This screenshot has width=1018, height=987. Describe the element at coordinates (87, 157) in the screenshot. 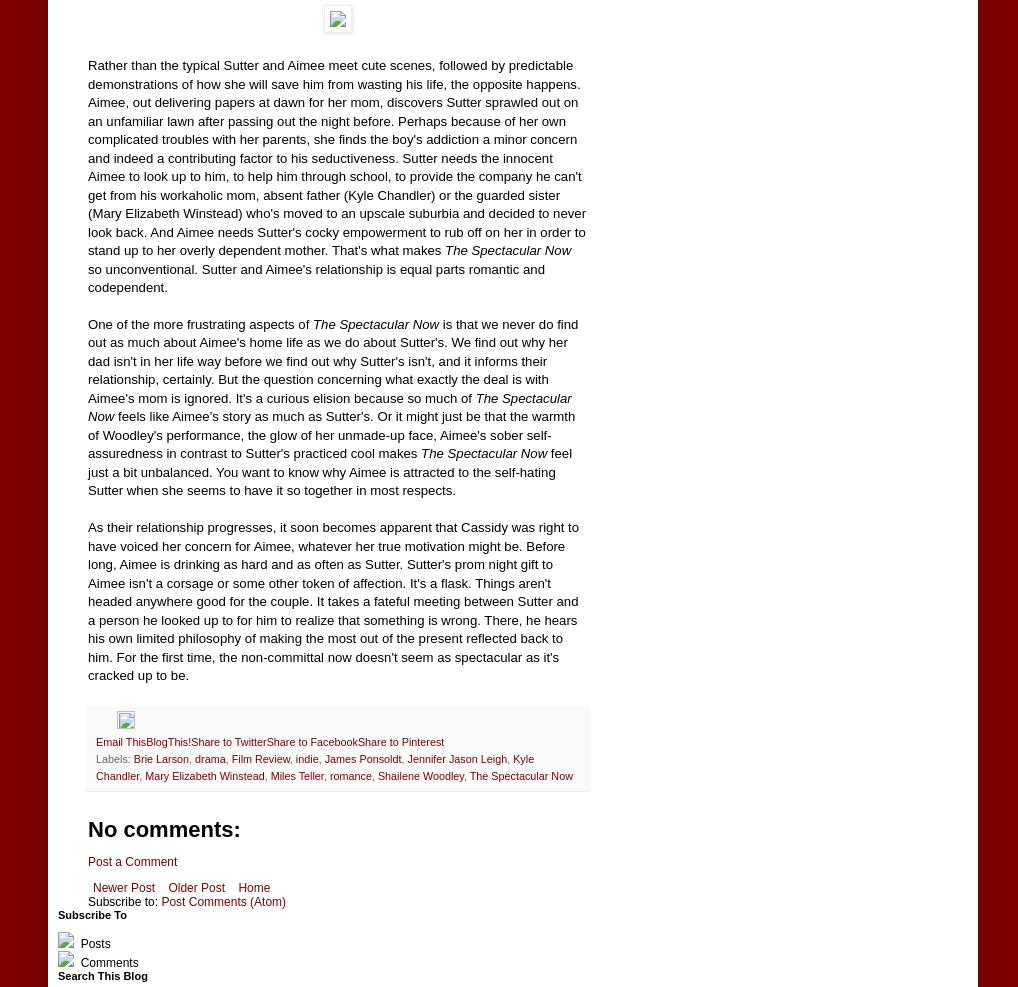

I see `'Rather than the typical Sutter and Aimee meet cute scenes, followed by predictable demonstrations of how she will save him from wasting his life, the opposite happens. Aimee, out delivering papers at dawn for her mom, discovers Sutter sprawled out on an unfamiliar lawn after passing out the night before. Perhaps because of her own complicated troubles with her parents, she finds the boy's addiction a minor concern and indeed a contributing factor to his seductiveness. Sutter needs the innocent Aimee to look up to him, to help him through school, to provide the company he can't get from his workaholic mom, absent father (Kyle Chandler) or the guarded sister (Mary Elizabeth Winstead) who's moved to an upscale suburbia and decided to never look back. And Aimee needs Sutter's cocky empowerment to rub off on her in order to stand up to her overly dependent mother. That's what makes'` at that location.